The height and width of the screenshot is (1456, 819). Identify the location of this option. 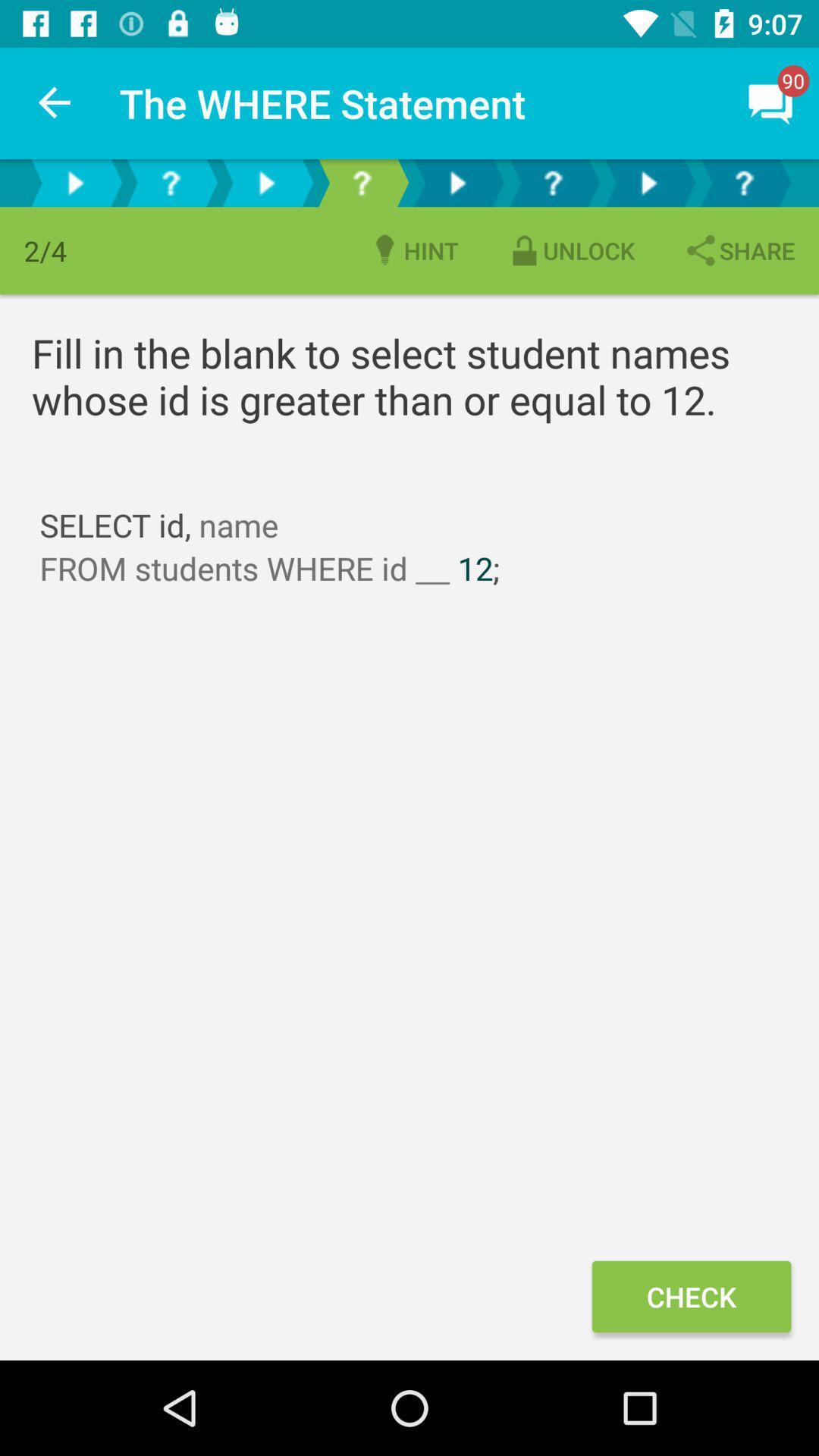
(553, 182).